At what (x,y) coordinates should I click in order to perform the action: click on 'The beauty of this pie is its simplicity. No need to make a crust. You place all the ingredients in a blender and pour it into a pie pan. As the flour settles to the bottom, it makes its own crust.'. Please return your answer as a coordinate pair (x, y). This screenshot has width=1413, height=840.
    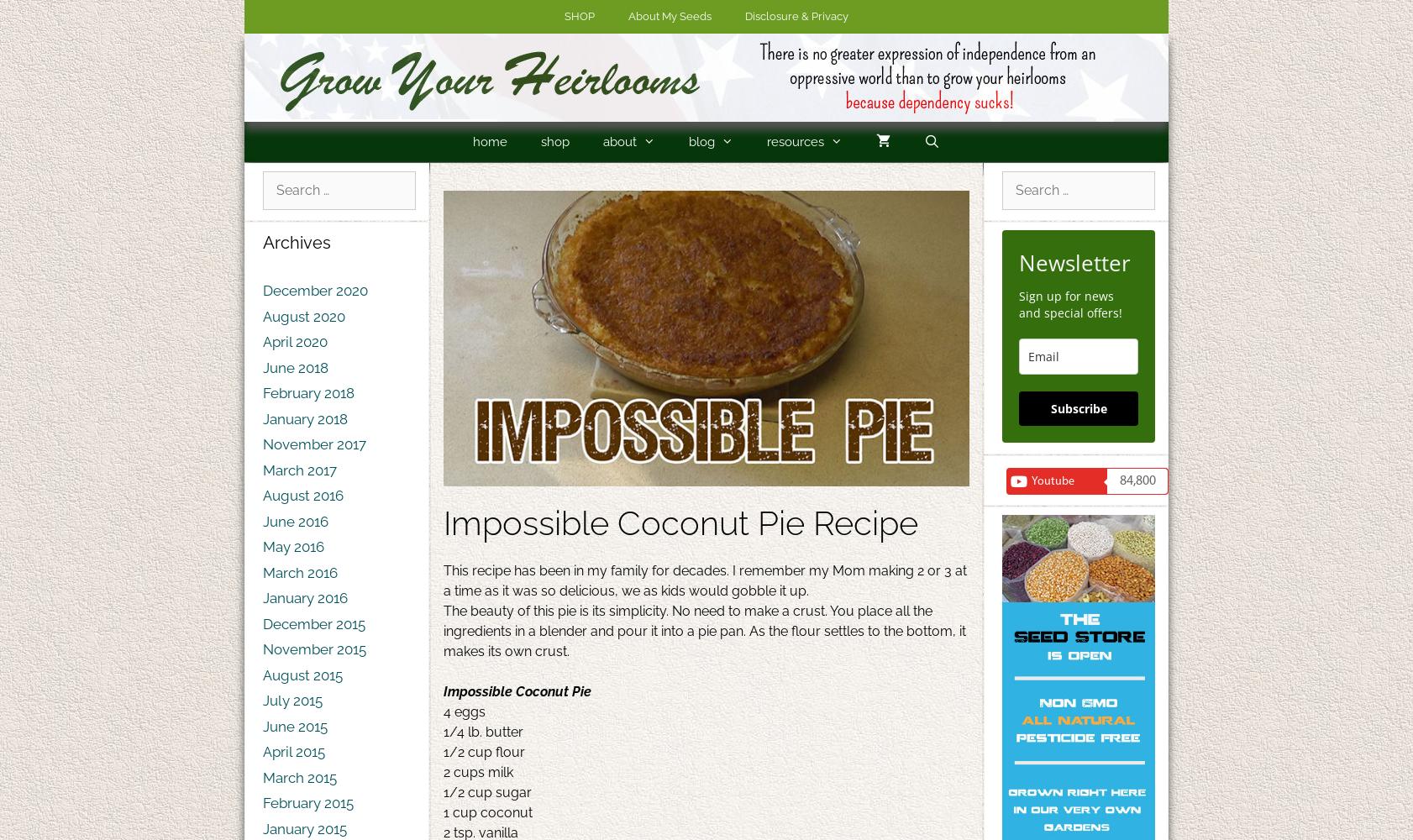
    Looking at the image, I should click on (443, 631).